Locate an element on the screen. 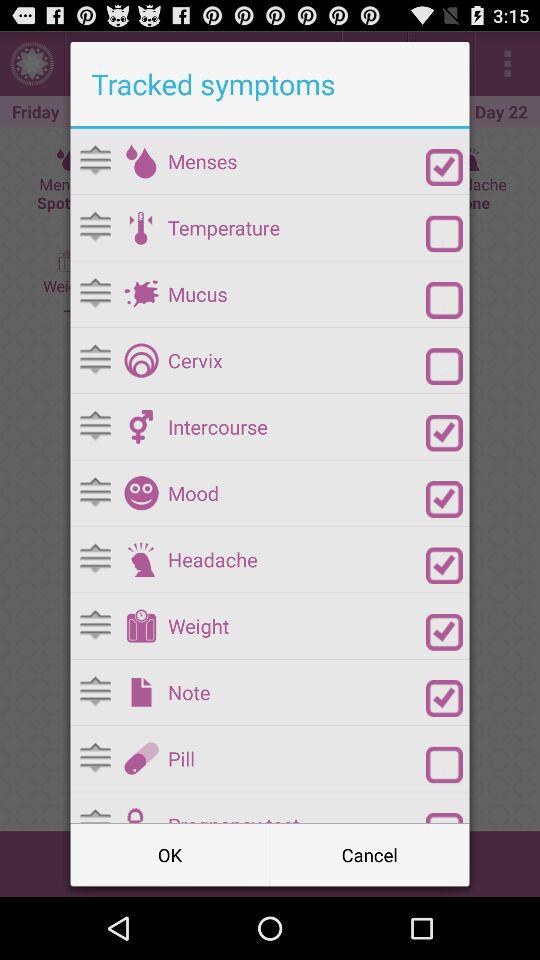 The width and height of the screenshot is (540, 960). headache is located at coordinates (444, 565).